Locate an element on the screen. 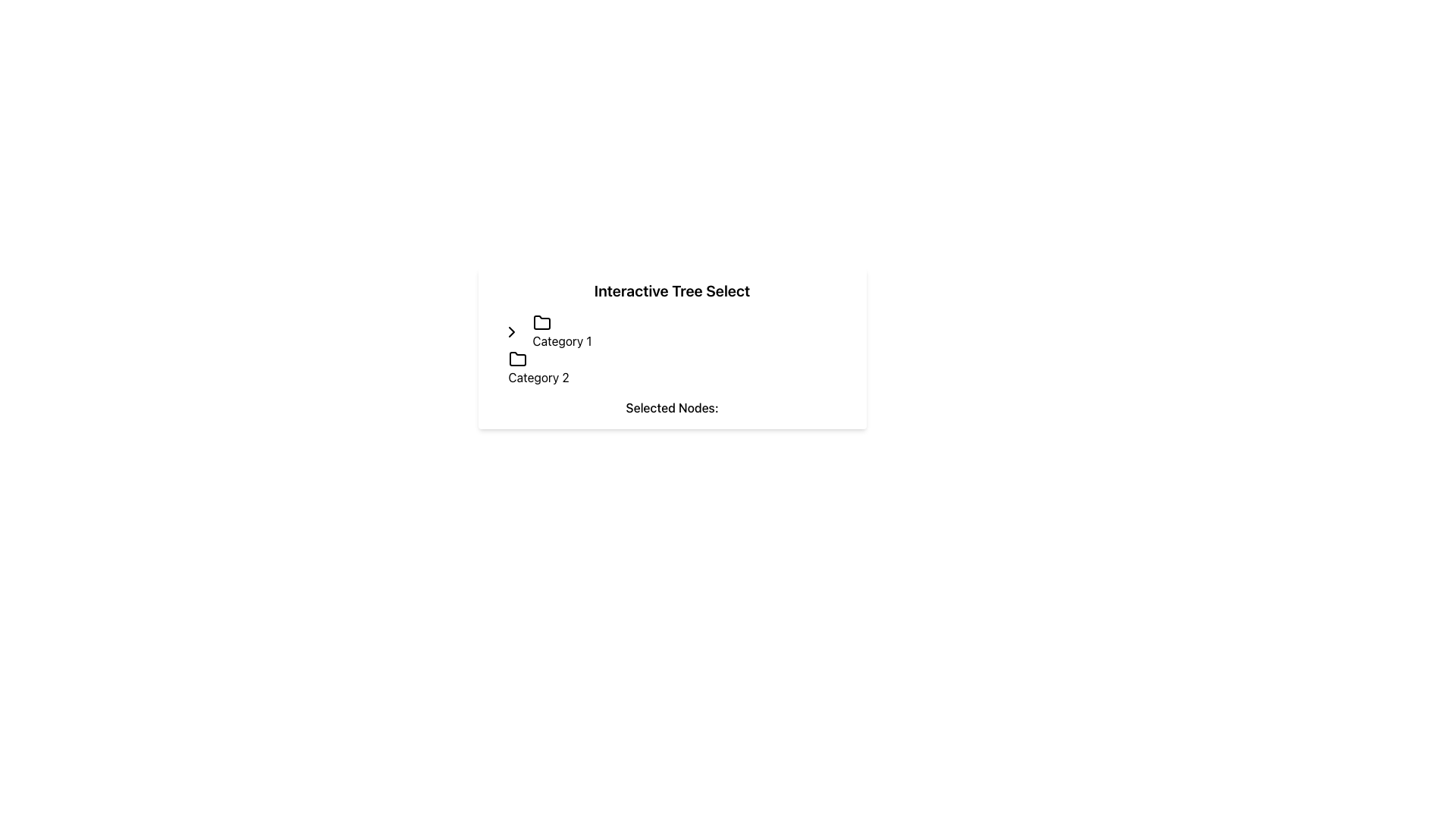 The height and width of the screenshot is (819, 1456). the SVG icon representing the folder associated with 'Category 1', located to the left of the 'Category 1' text in the selectable tree component is located at coordinates (541, 322).